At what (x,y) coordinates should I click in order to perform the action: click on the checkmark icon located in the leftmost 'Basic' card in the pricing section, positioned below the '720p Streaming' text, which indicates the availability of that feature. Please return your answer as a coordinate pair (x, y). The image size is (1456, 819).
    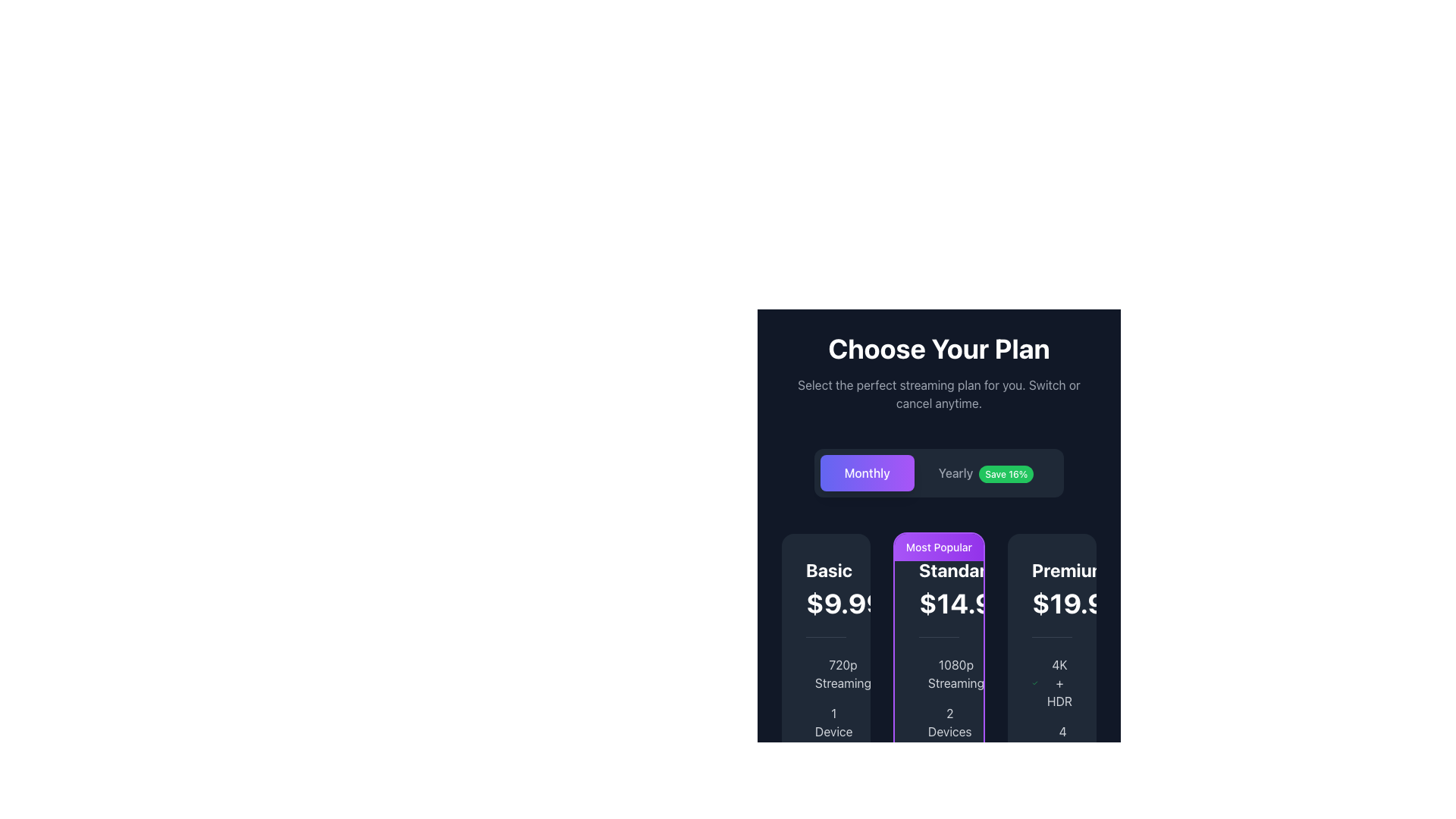
    Looking at the image, I should click on (814, 674).